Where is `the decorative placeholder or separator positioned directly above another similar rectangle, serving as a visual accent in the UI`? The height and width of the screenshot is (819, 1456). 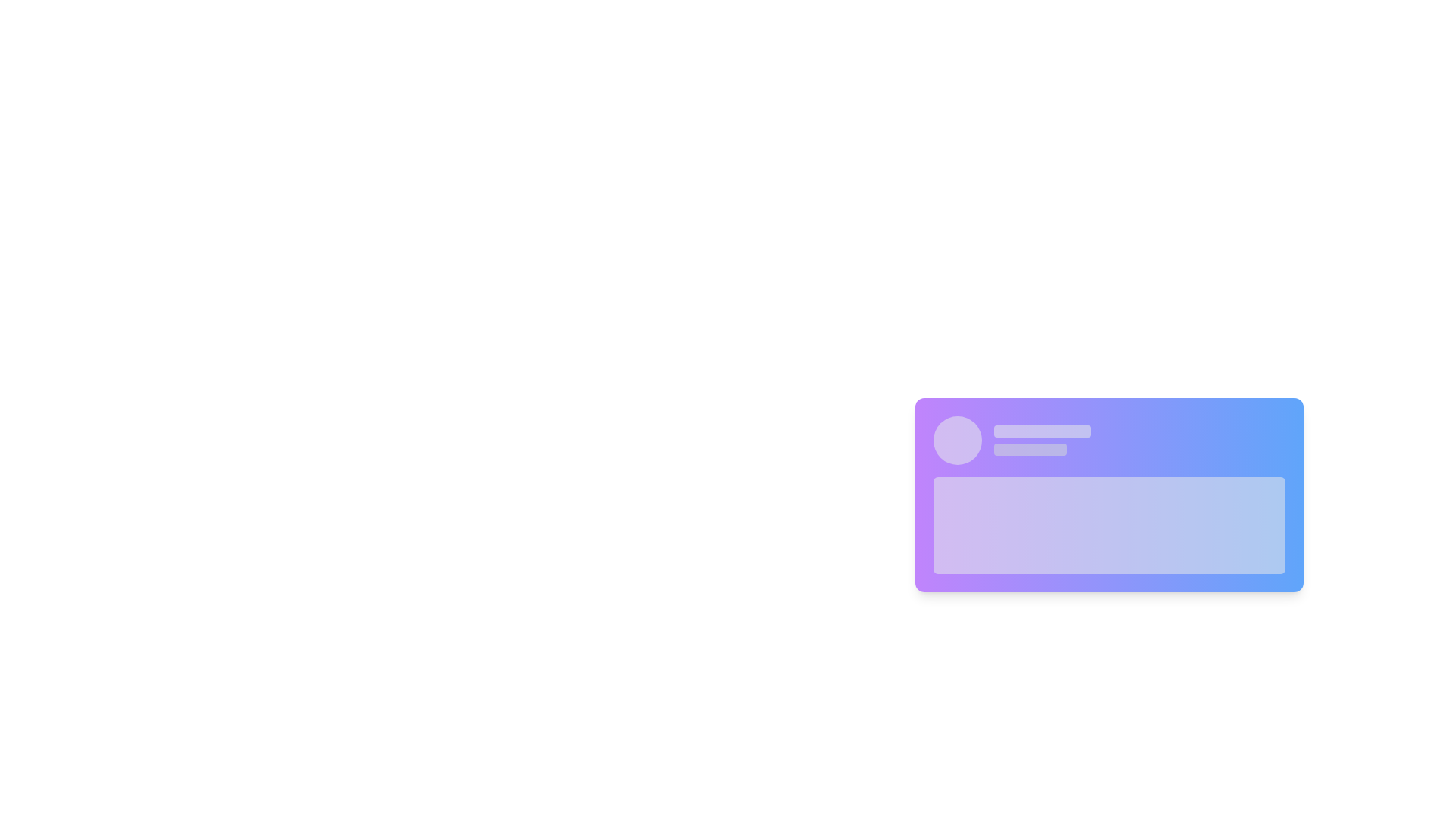 the decorative placeholder or separator positioned directly above another similar rectangle, serving as a visual accent in the UI is located at coordinates (1041, 431).